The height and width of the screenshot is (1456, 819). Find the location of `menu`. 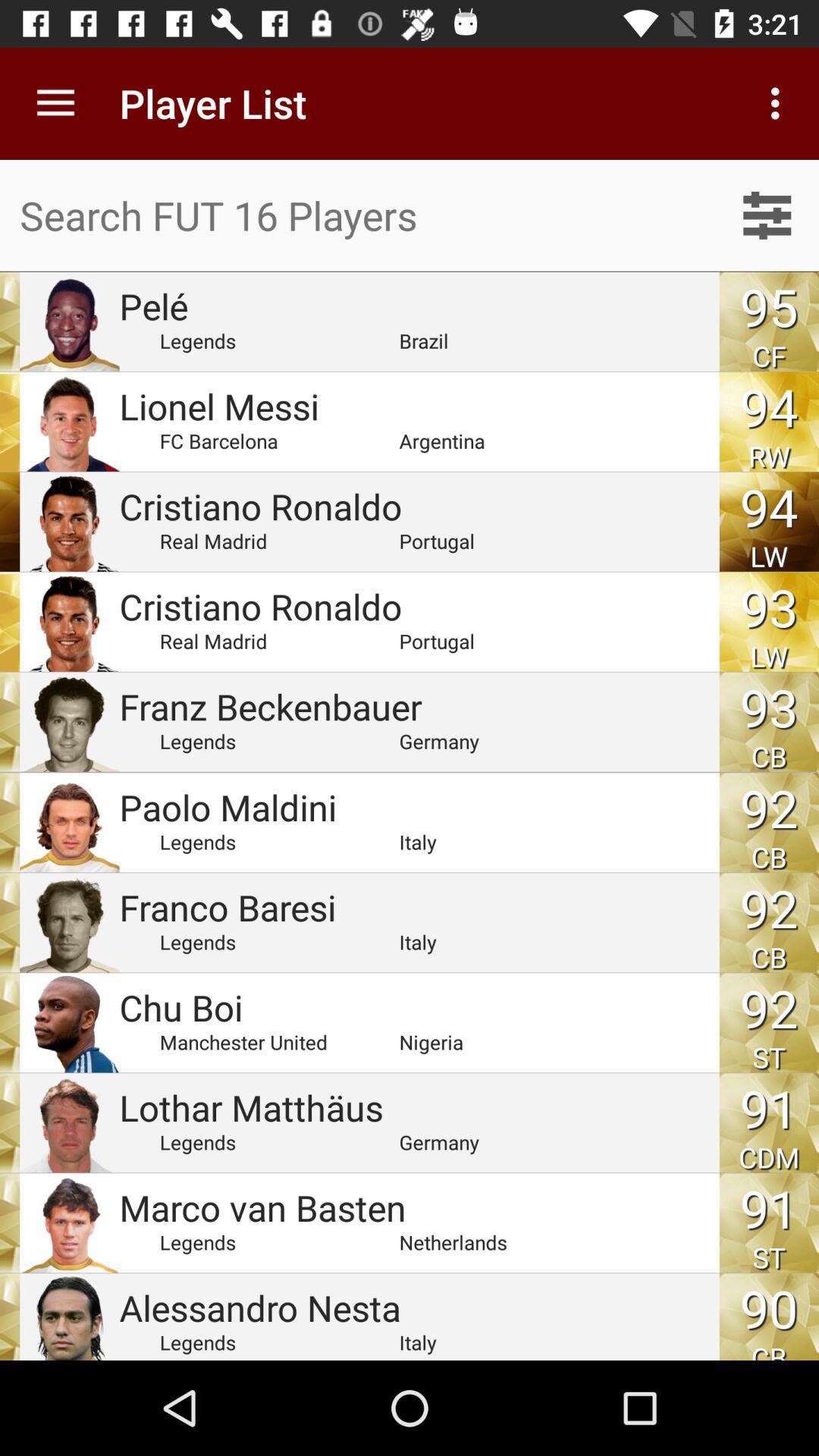

menu is located at coordinates (767, 215).